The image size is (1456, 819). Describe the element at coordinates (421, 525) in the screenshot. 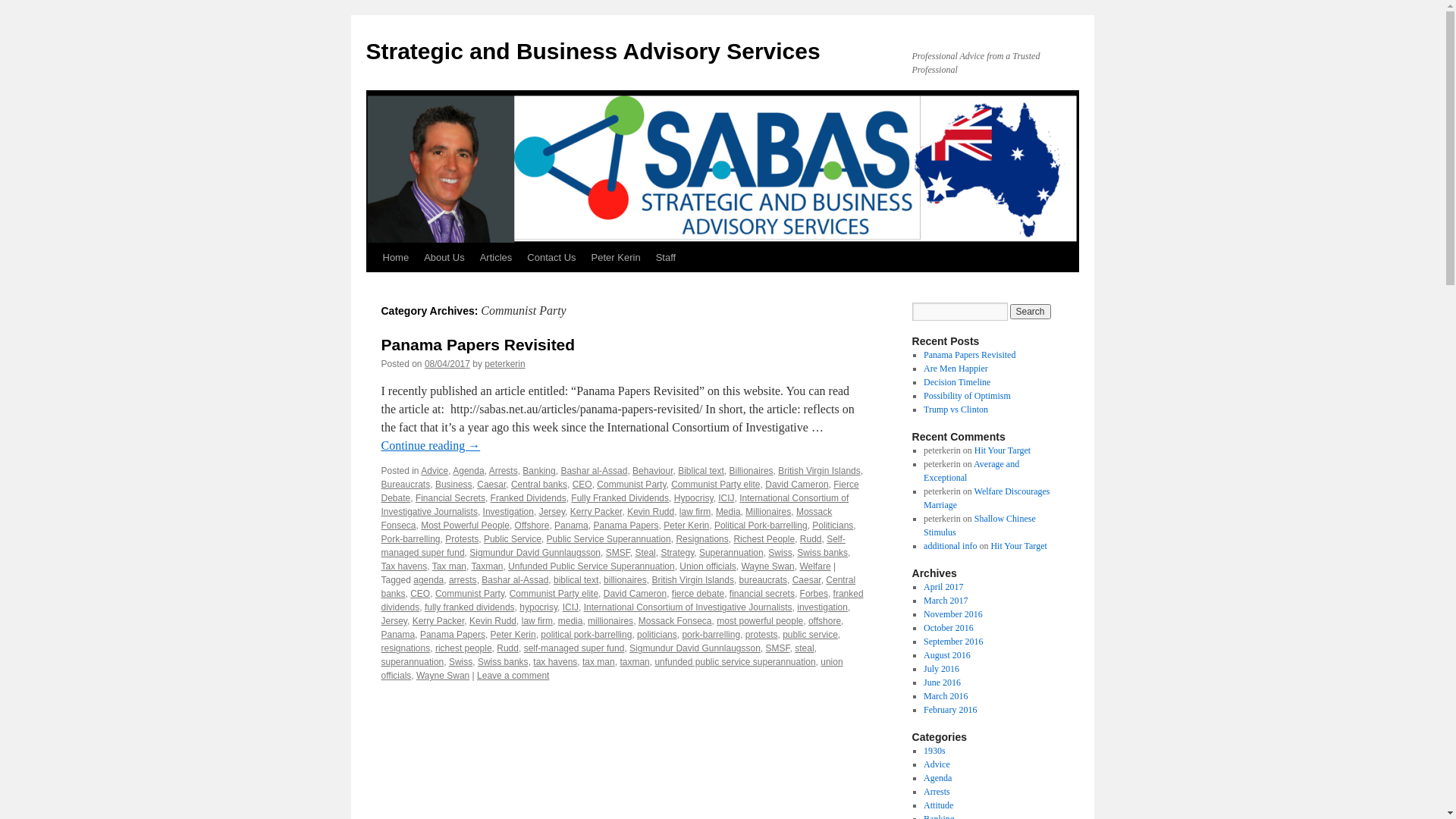

I see `'Most Powerful People'` at that location.